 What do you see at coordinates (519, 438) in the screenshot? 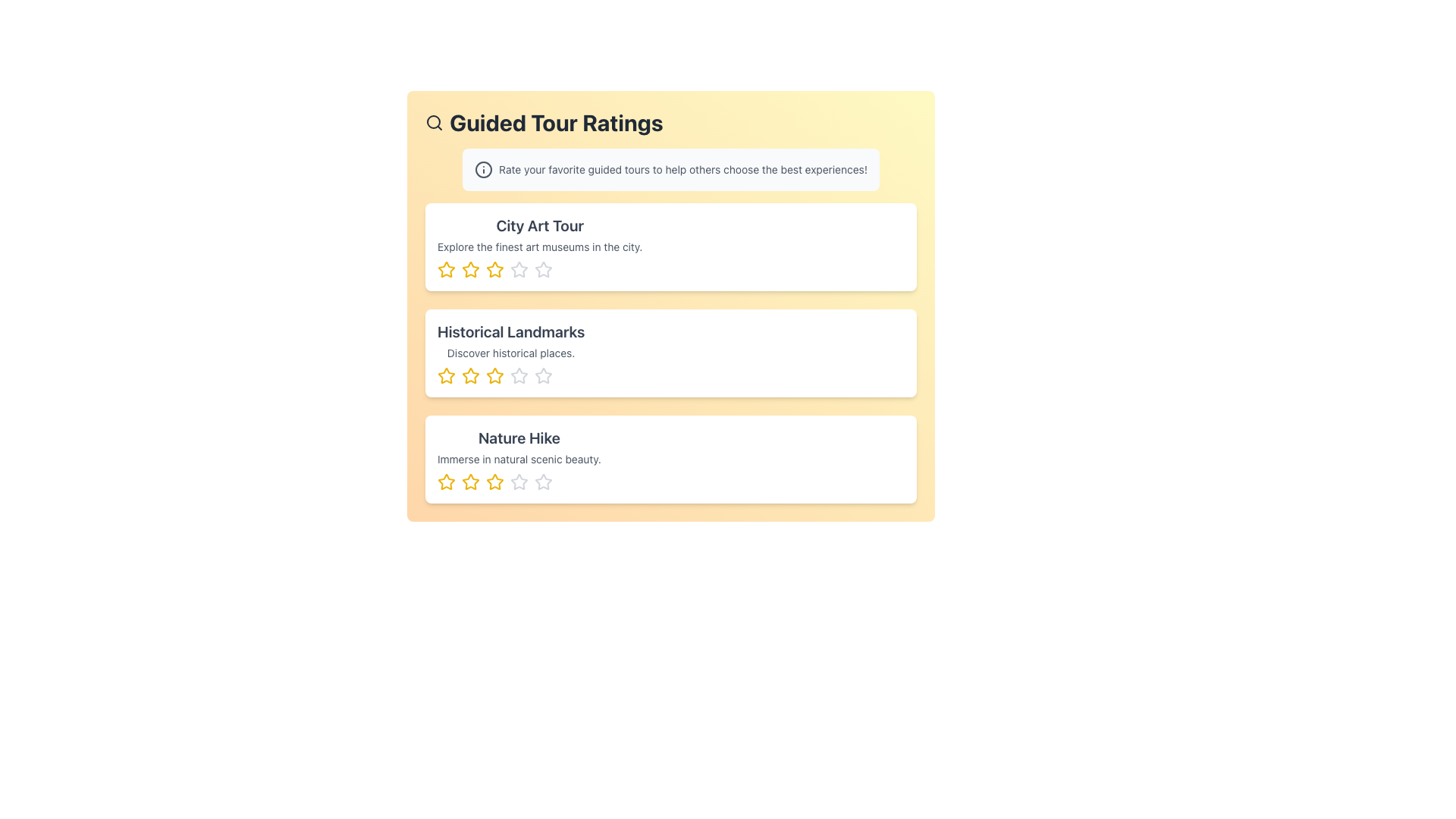
I see `text label titled 'Nature Hike', which is bold and larger than surrounding text, indicating it serves as a header in the card layout for tours` at bounding box center [519, 438].